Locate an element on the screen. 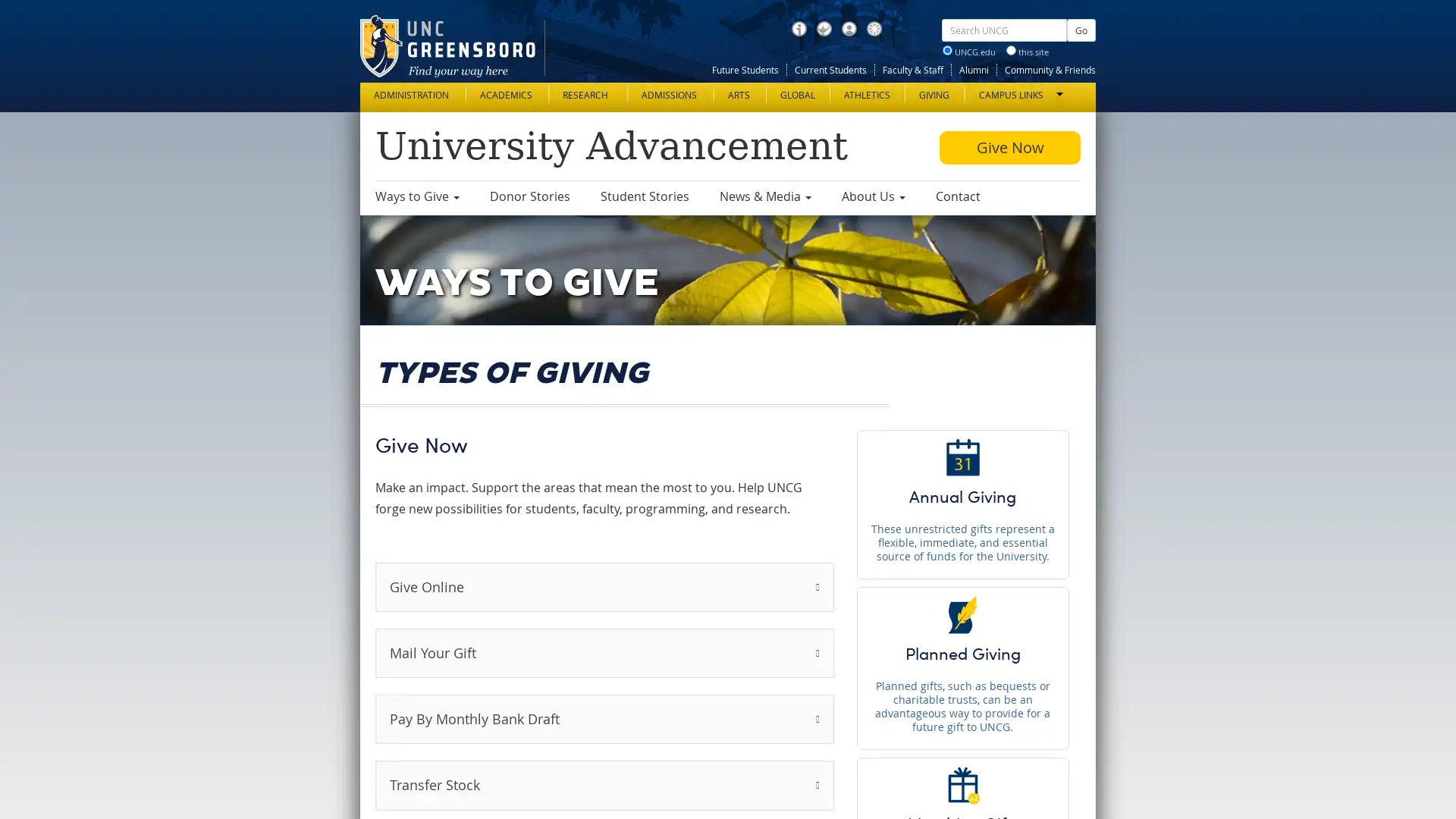  Go is located at coordinates (1080, 30).